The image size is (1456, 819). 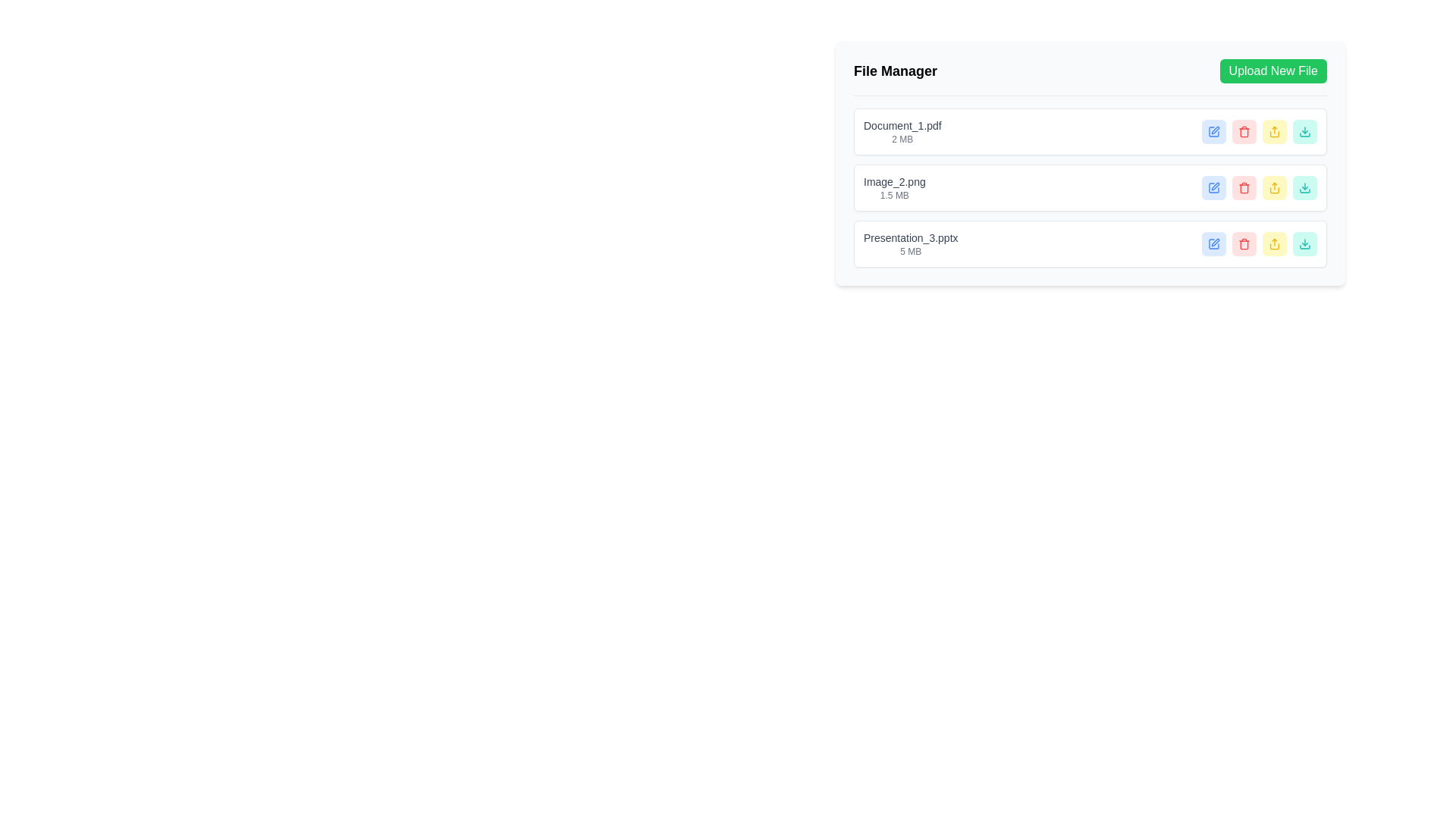 I want to click on text from the Text Label displaying 'Document_1.pdf', which is located at the top-left corner of the file management interface, so click(x=902, y=124).